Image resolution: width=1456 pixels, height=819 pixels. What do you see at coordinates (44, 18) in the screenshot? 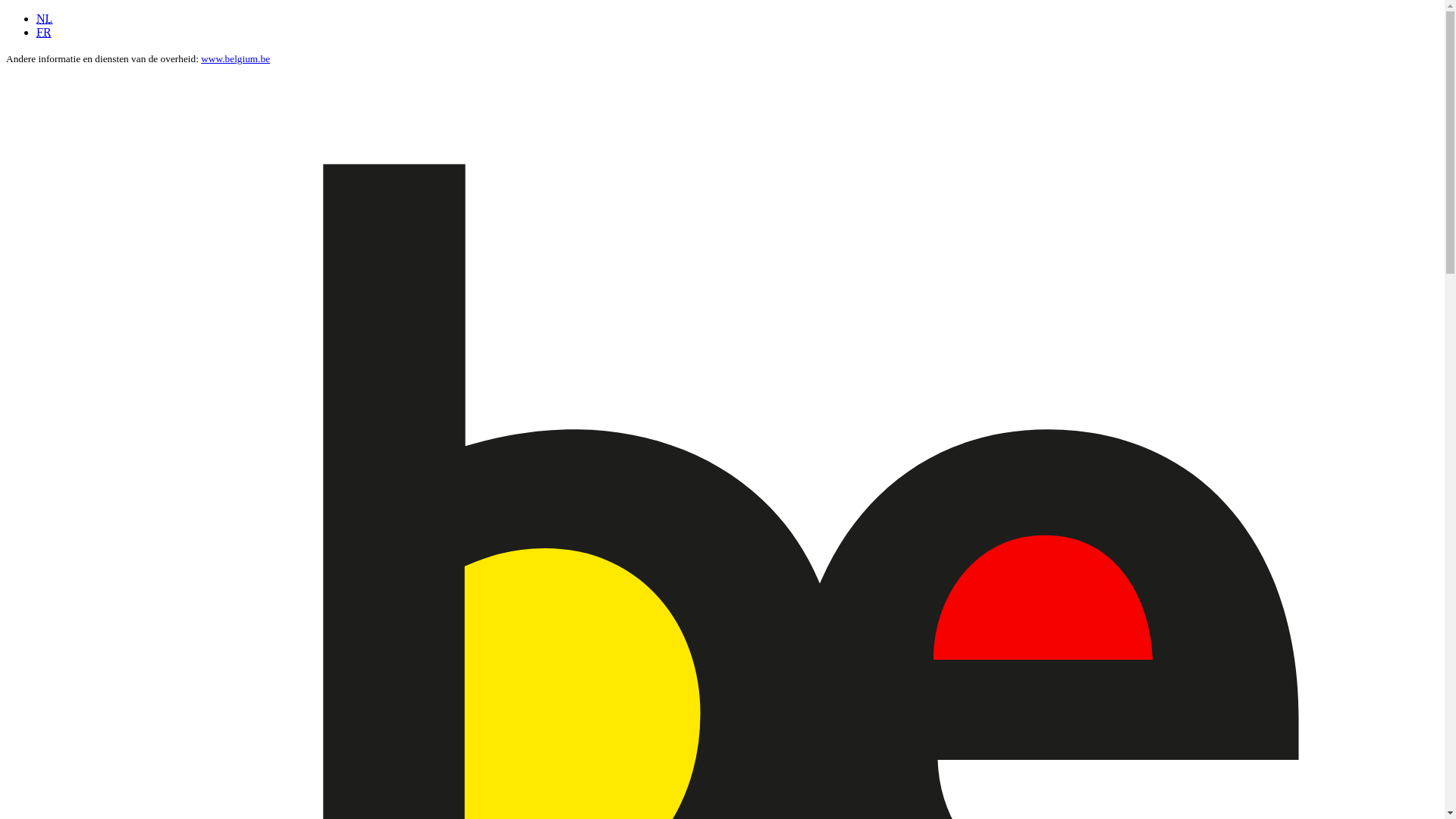
I see `'NL'` at bounding box center [44, 18].